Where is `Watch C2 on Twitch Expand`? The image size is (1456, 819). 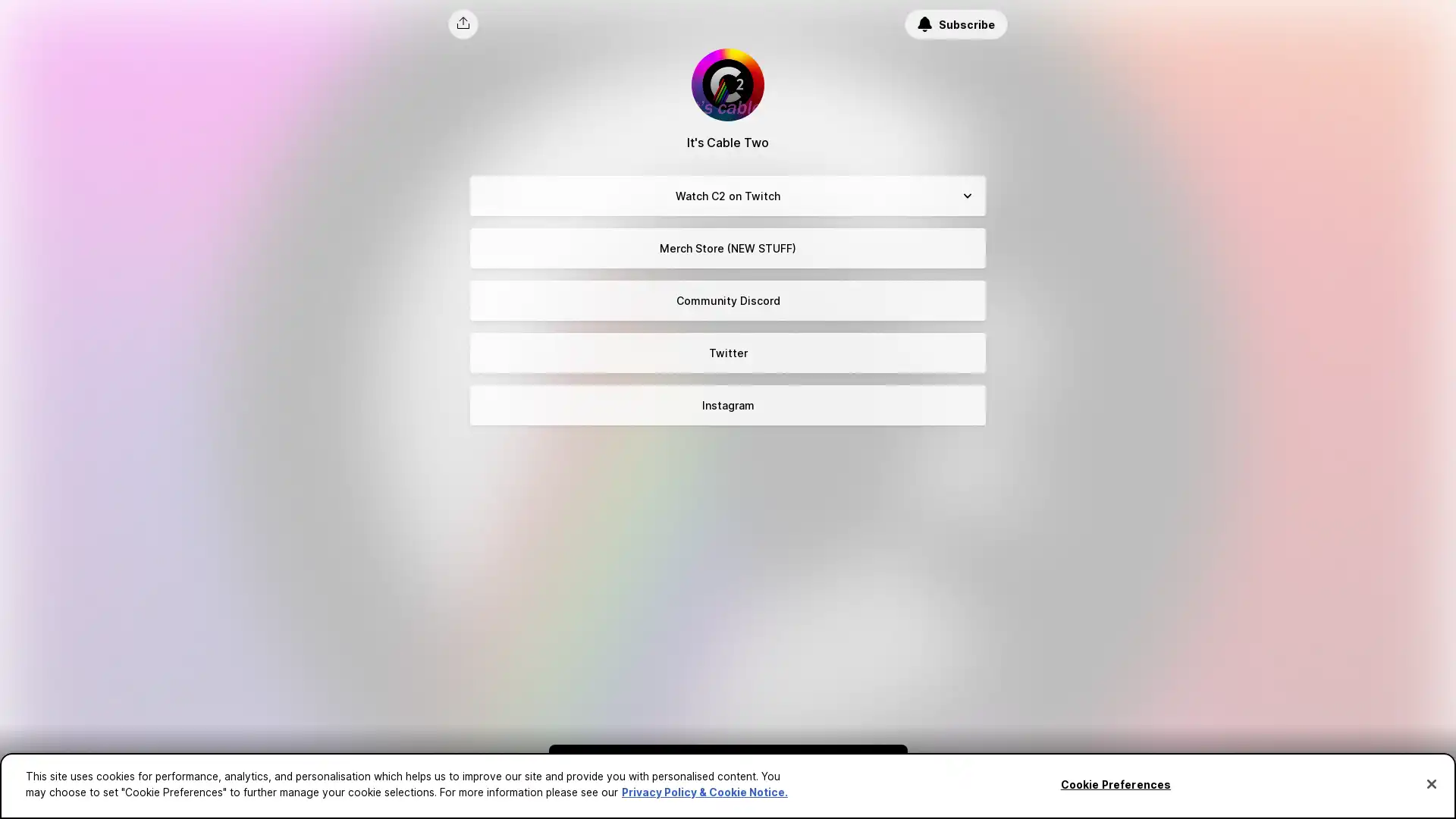
Watch C2 on Twitch Expand is located at coordinates (728, 195).